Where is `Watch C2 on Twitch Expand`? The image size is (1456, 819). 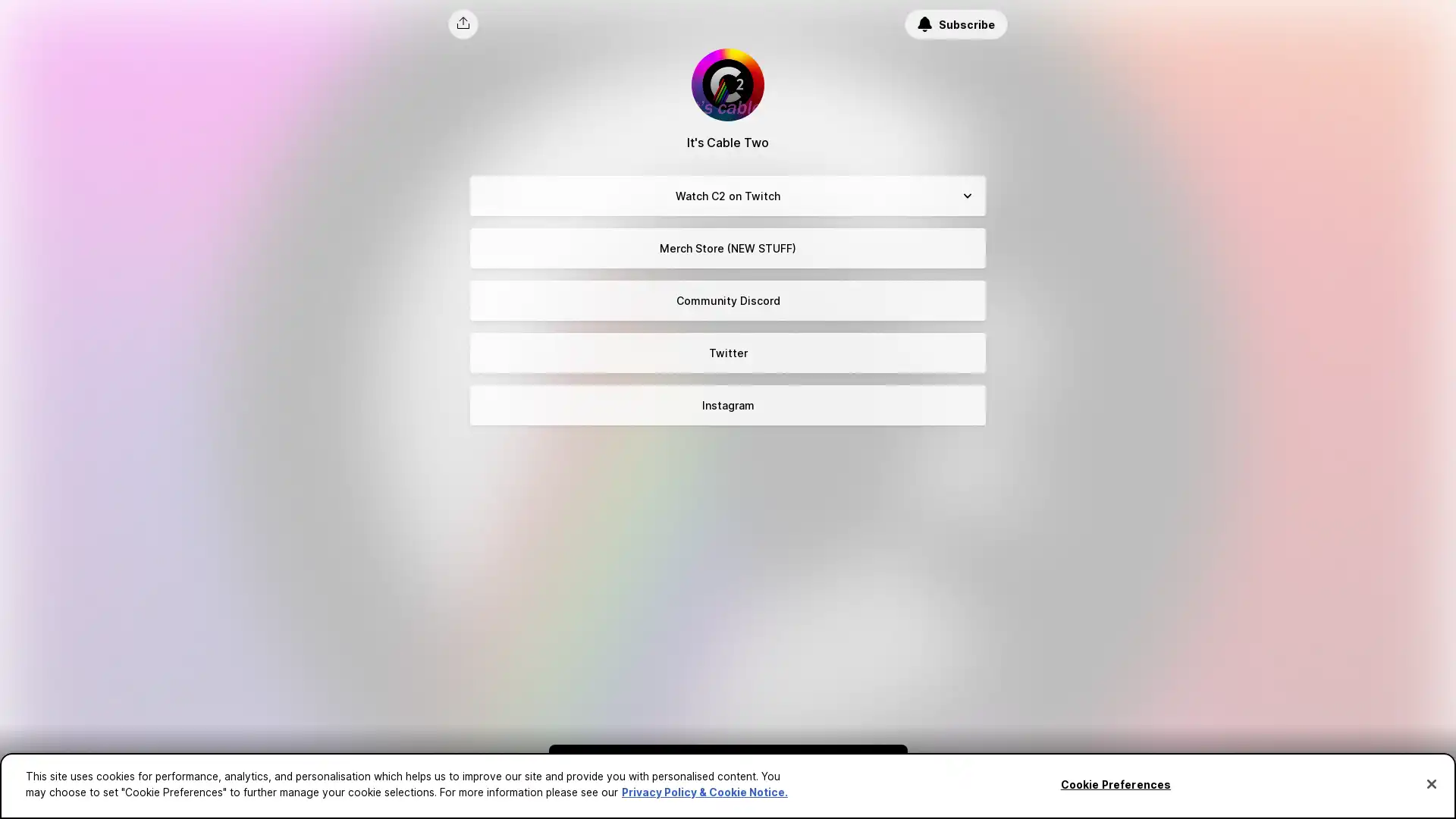
Watch C2 on Twitch Expand is located at coordinates (728, 195).